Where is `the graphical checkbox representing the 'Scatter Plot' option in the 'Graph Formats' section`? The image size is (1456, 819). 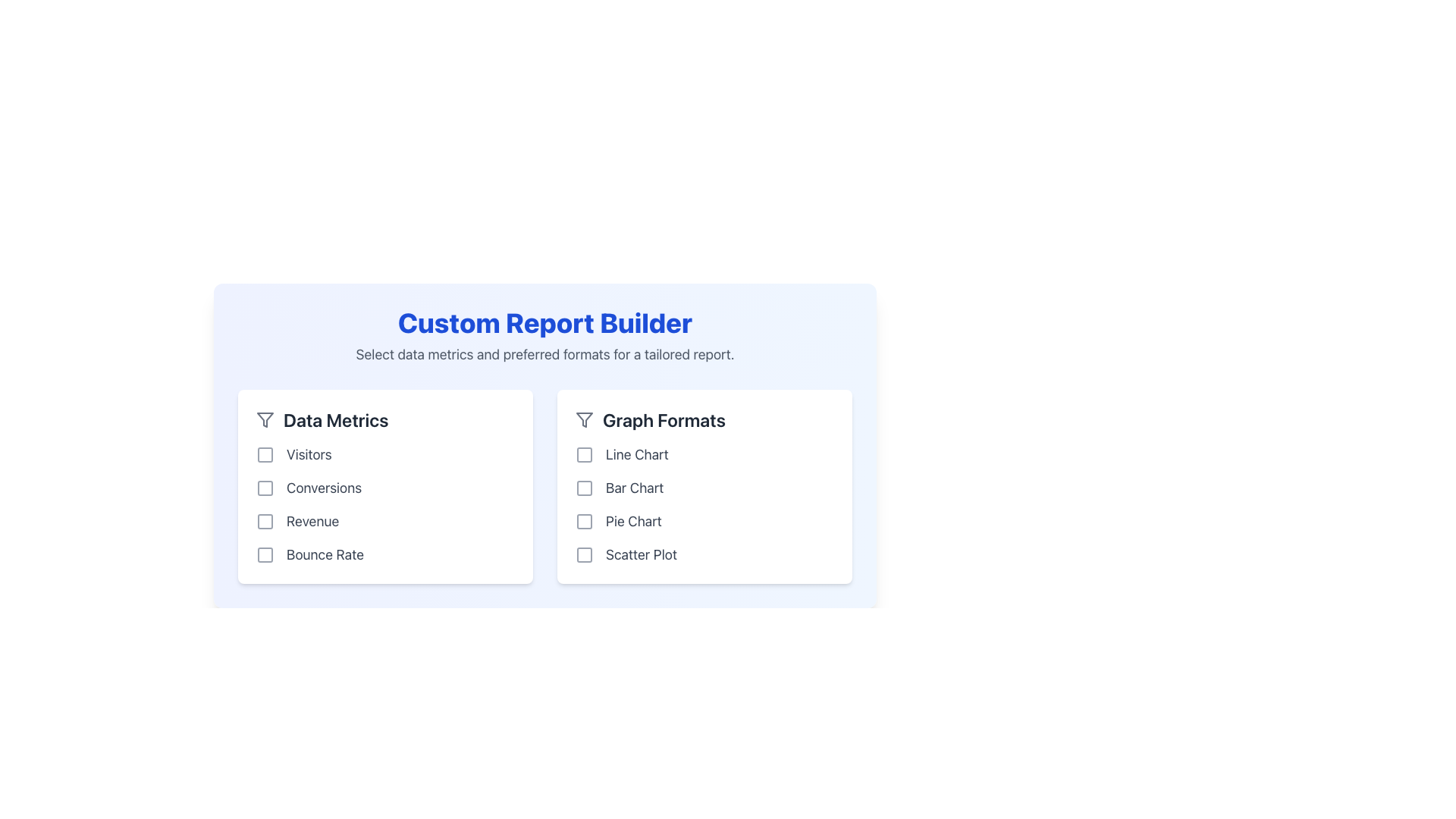 the graphical checkbox representing the 'Scatter Plot' option in the 'Graph Formats' section is located at coordinates (584, 555).